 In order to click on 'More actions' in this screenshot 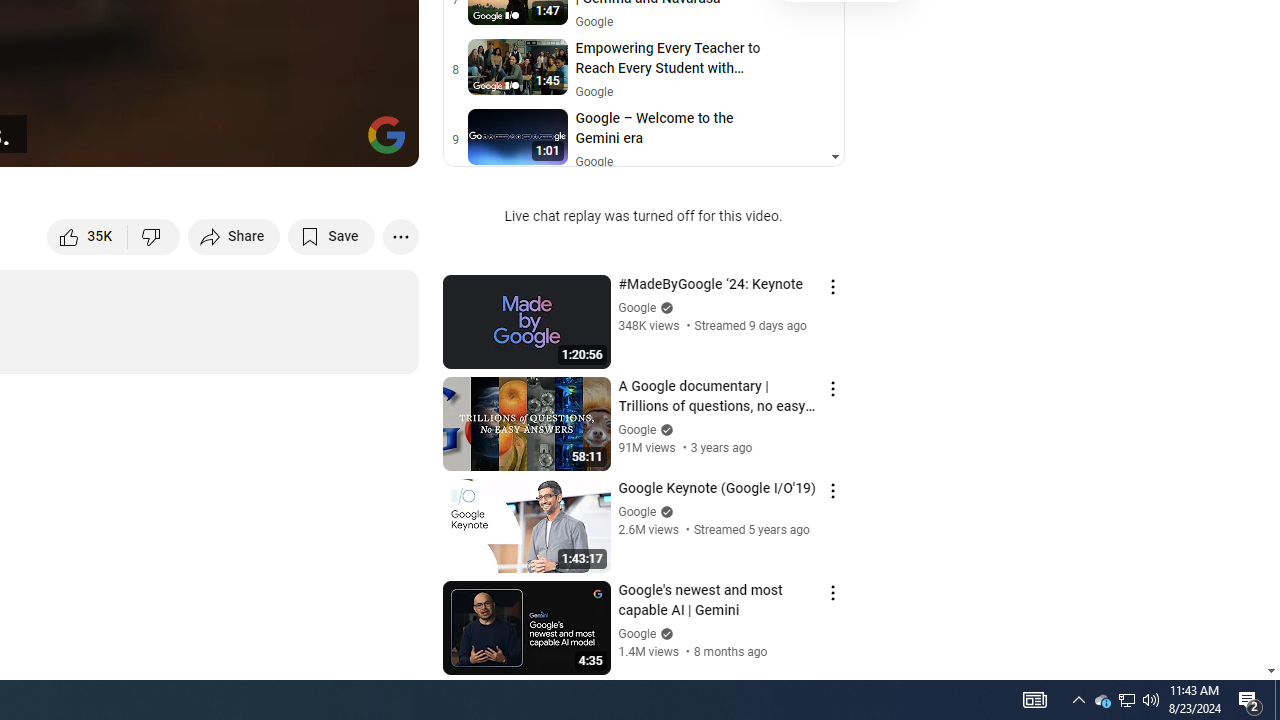, I will do `click(400, 235)`.